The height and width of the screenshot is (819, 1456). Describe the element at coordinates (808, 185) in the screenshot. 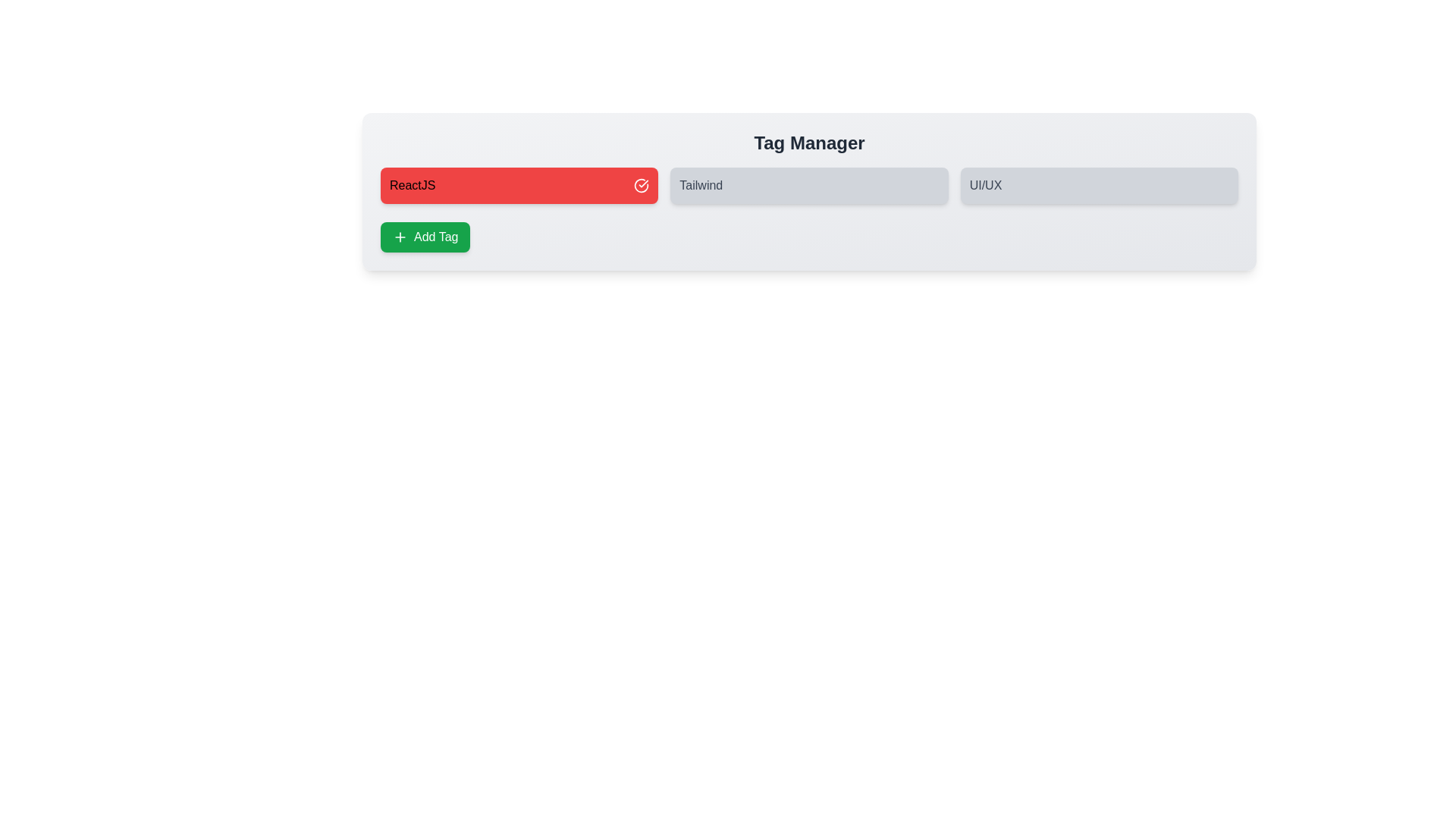

I see `the tag labeled Tailwind to toggle its selection state` at that location.